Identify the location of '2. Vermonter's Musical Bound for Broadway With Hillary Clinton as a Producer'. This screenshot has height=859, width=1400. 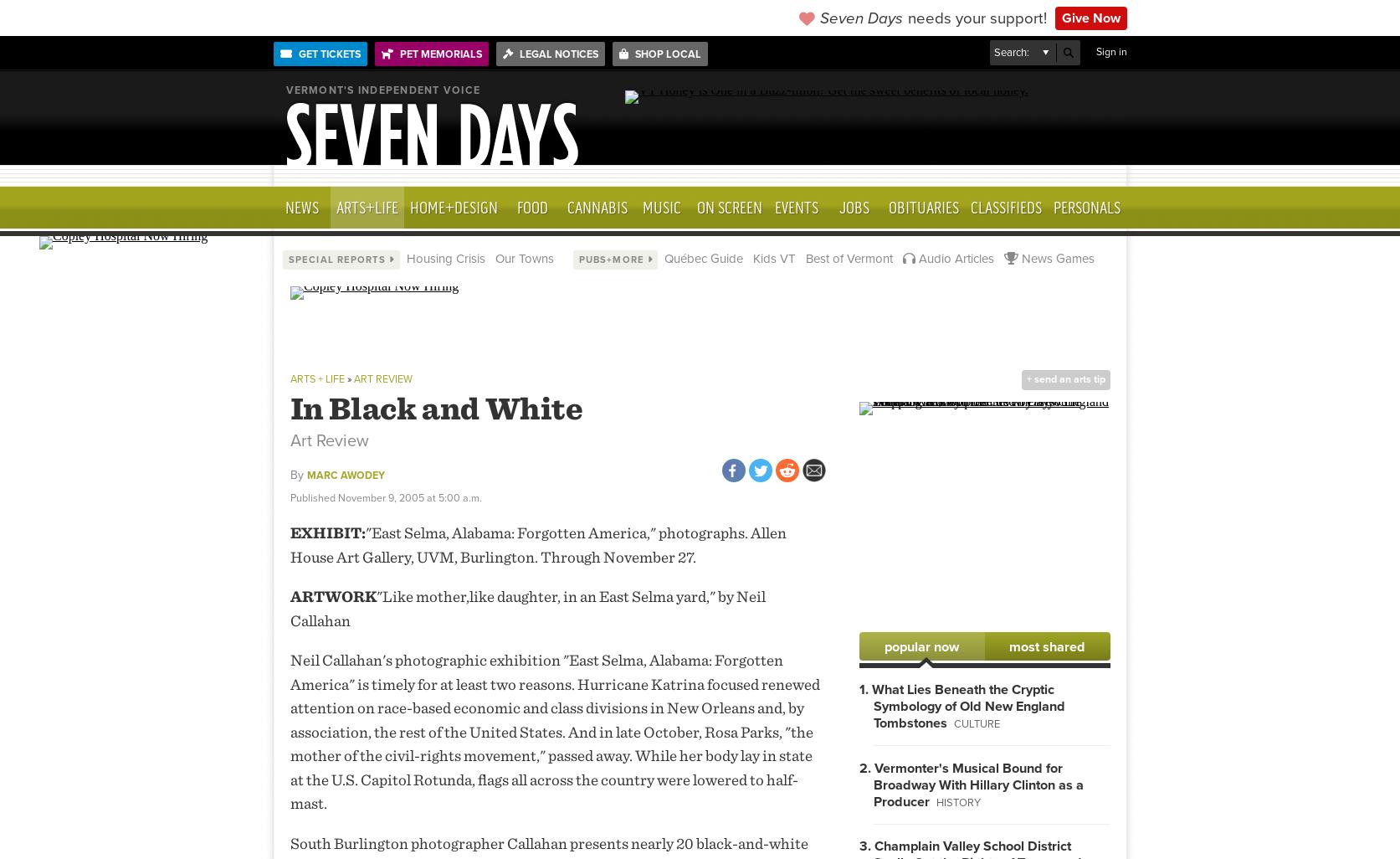
(970, 784).